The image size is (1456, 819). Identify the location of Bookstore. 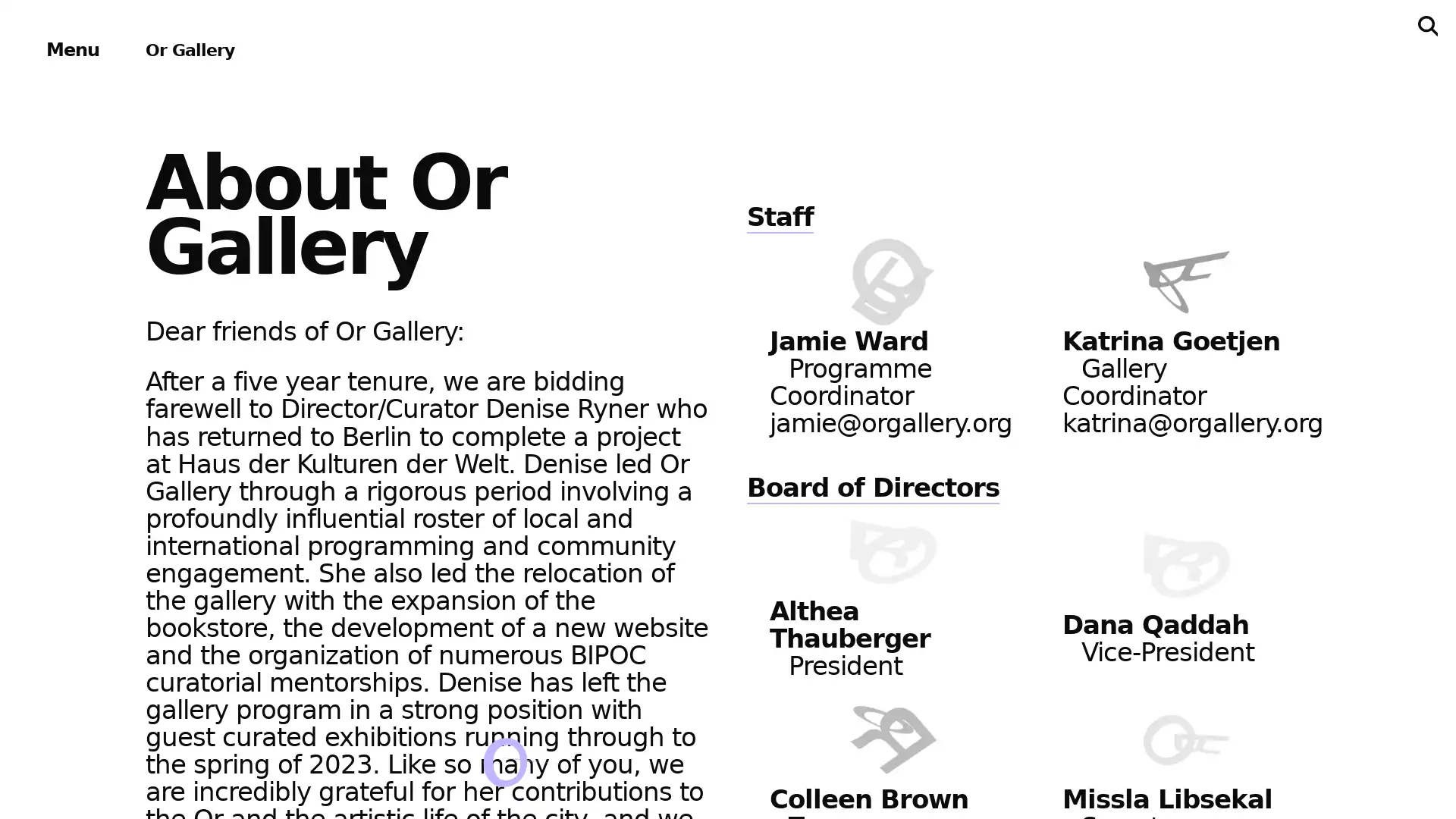
(329, 428).